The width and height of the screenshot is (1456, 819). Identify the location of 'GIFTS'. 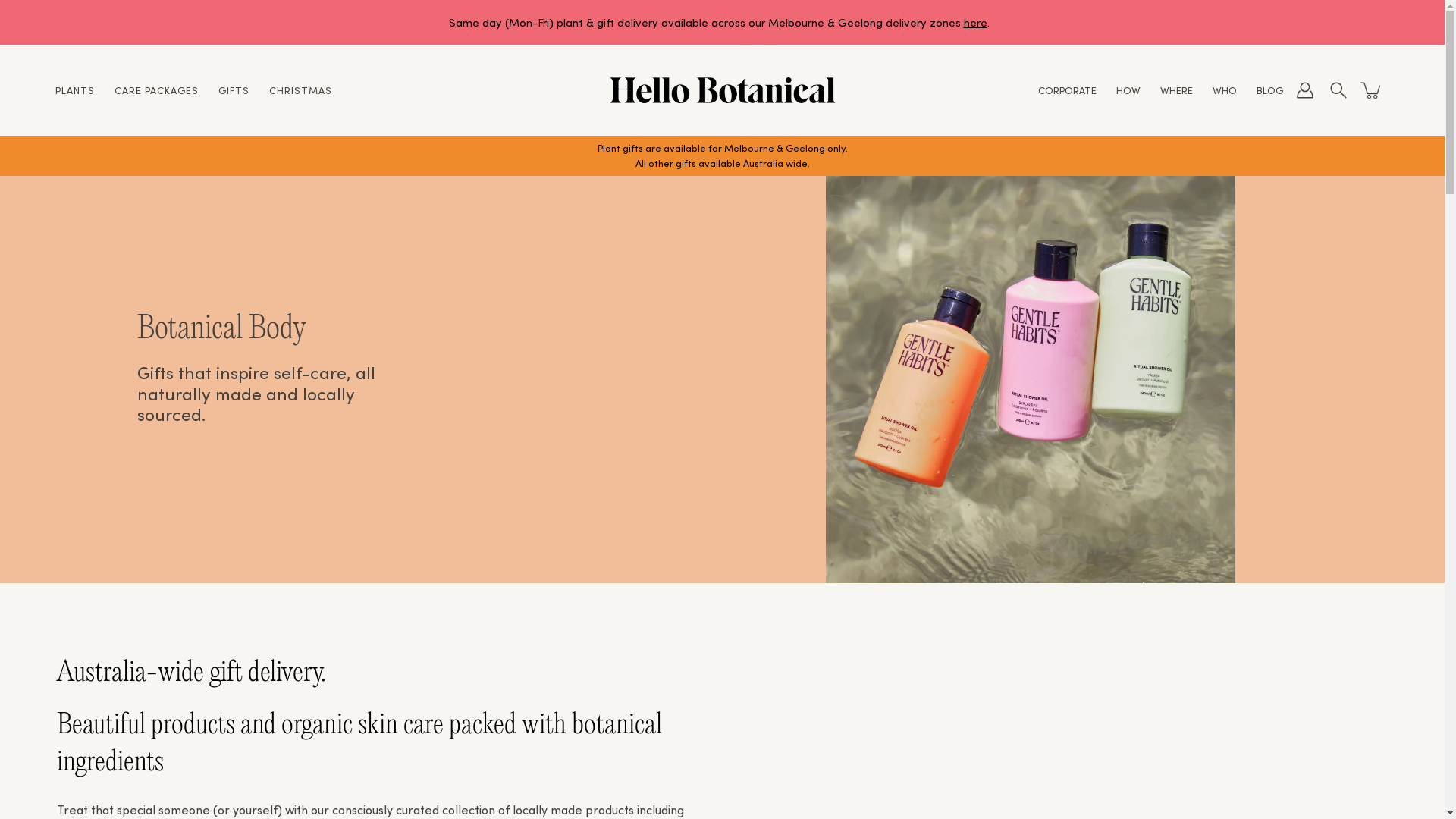
(233, 89).